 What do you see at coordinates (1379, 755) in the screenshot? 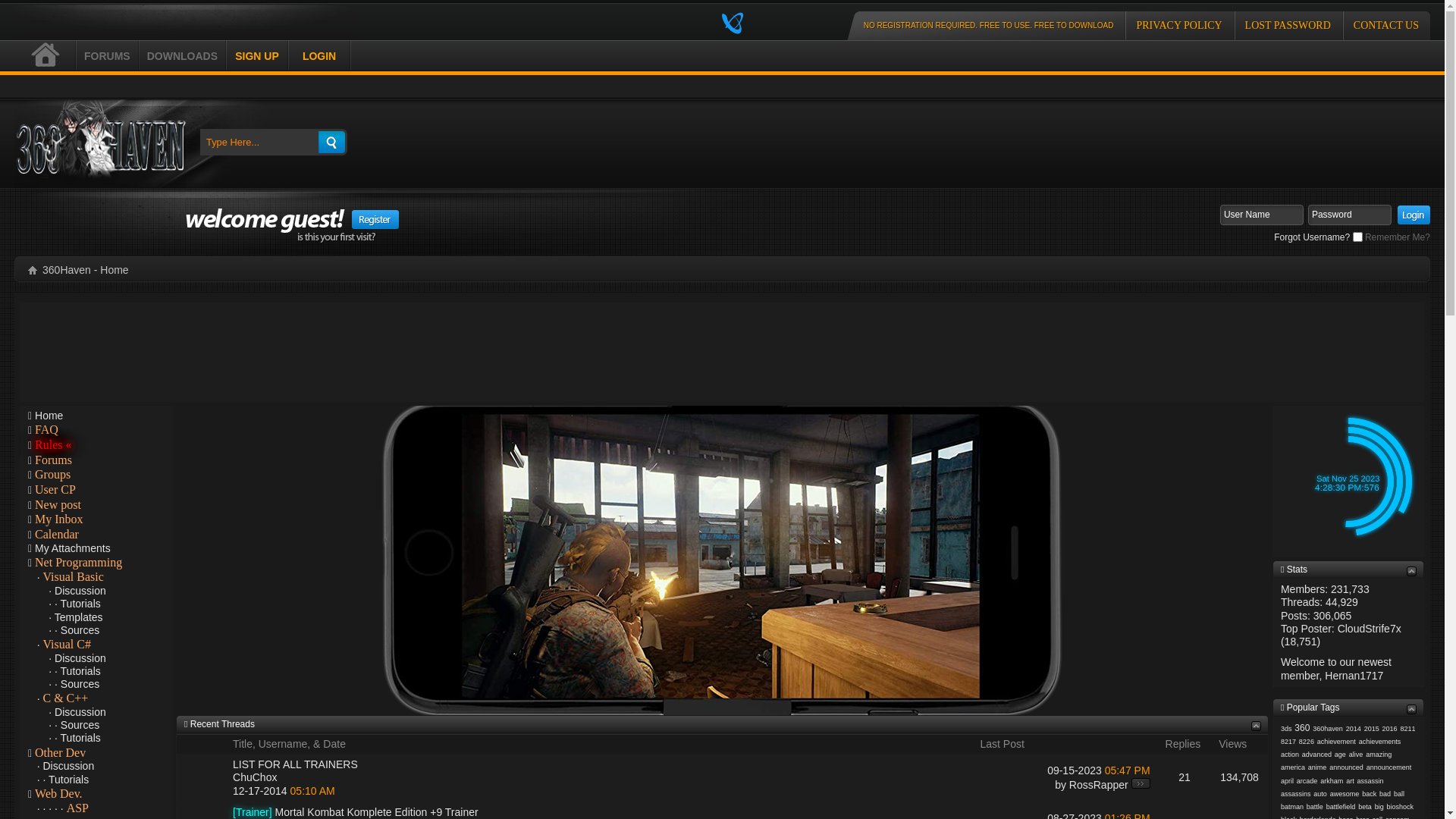
I see `'amazing'` at bounding box center [1379, 755].